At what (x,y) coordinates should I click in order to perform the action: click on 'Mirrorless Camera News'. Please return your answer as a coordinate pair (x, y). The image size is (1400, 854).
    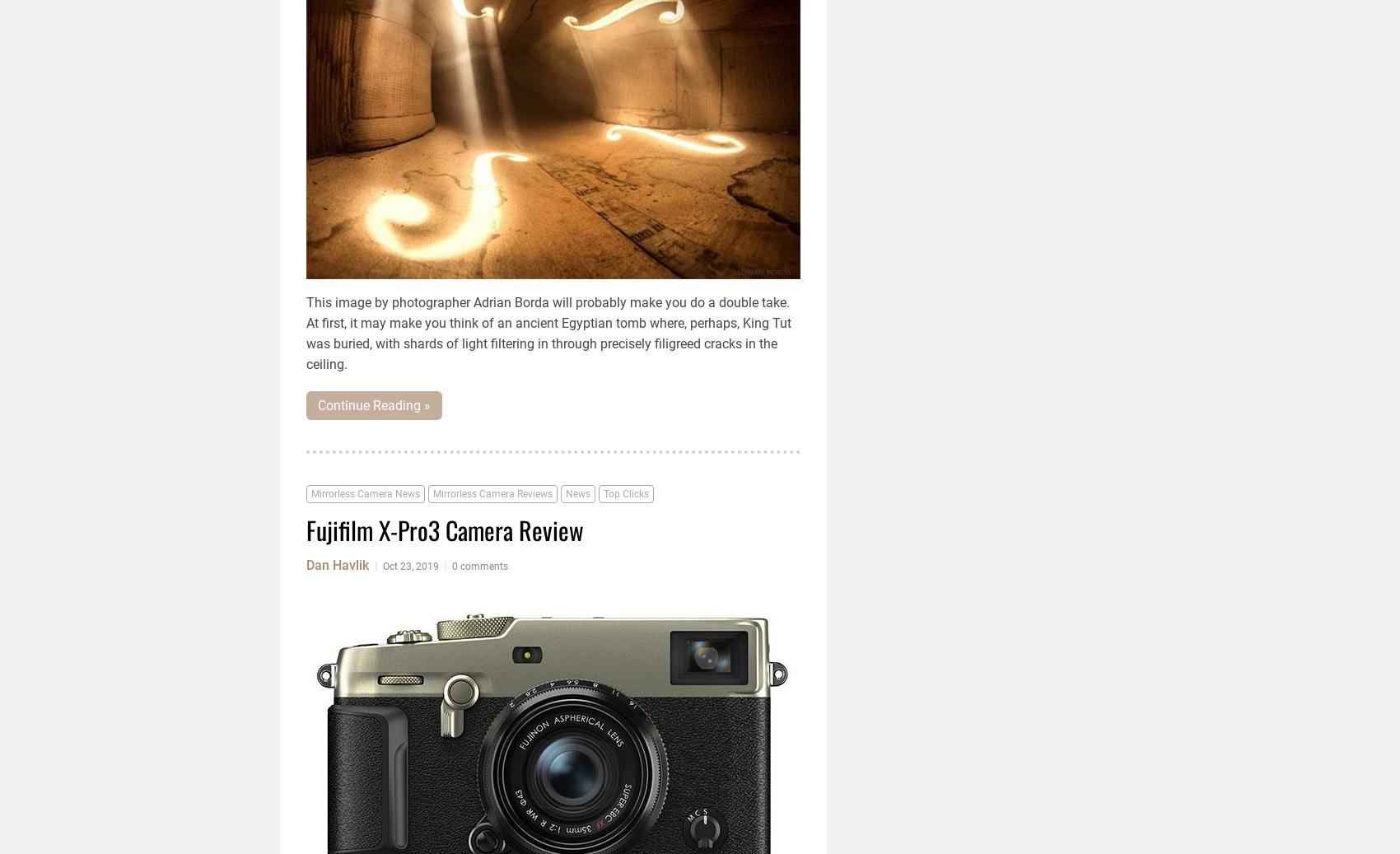
    Looking at the image, I should click on (366, 494).